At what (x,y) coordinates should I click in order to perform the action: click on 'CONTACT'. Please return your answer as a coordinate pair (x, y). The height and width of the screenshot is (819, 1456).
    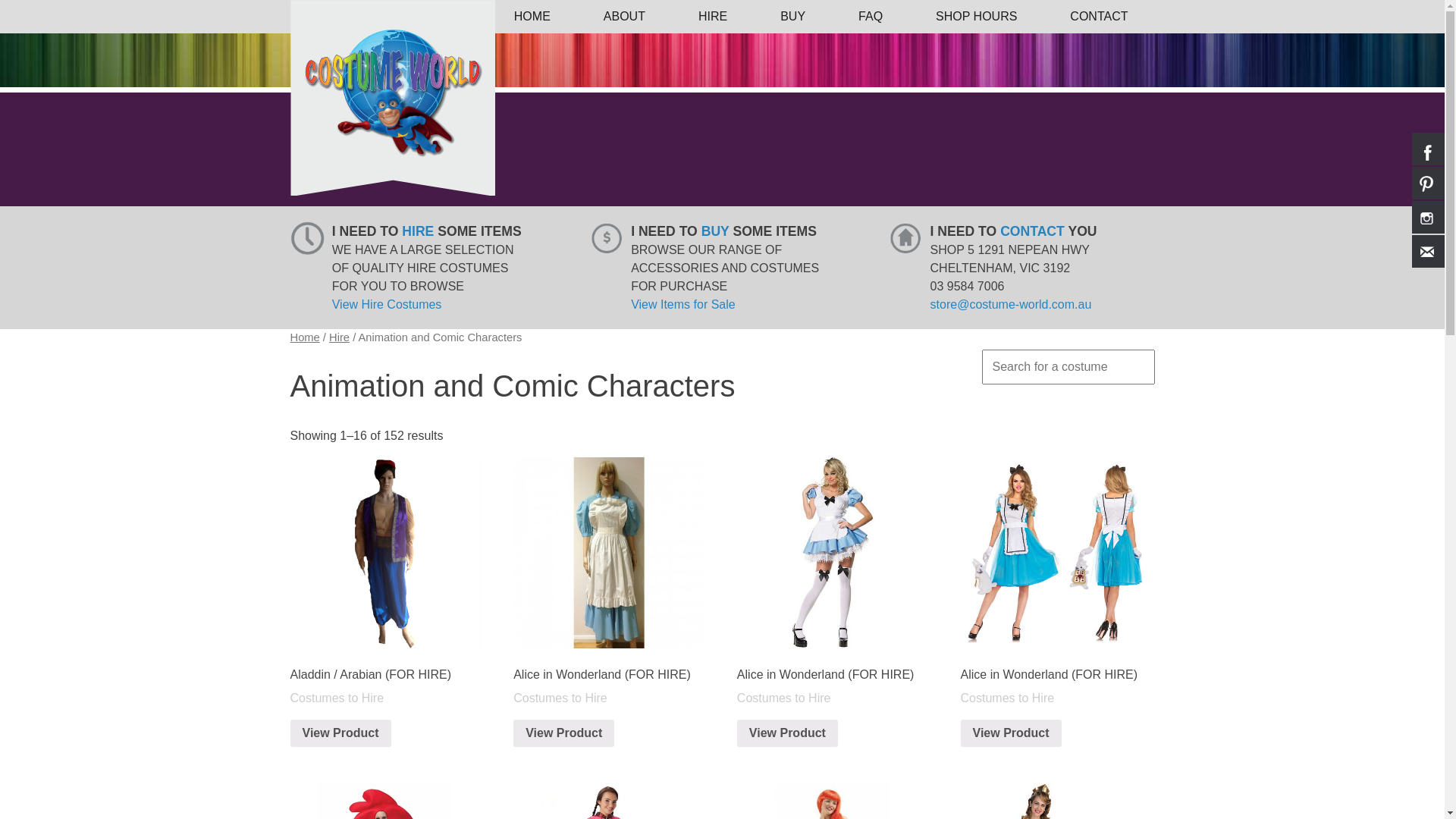
    Looking at the image, I should click on (1099, 17).